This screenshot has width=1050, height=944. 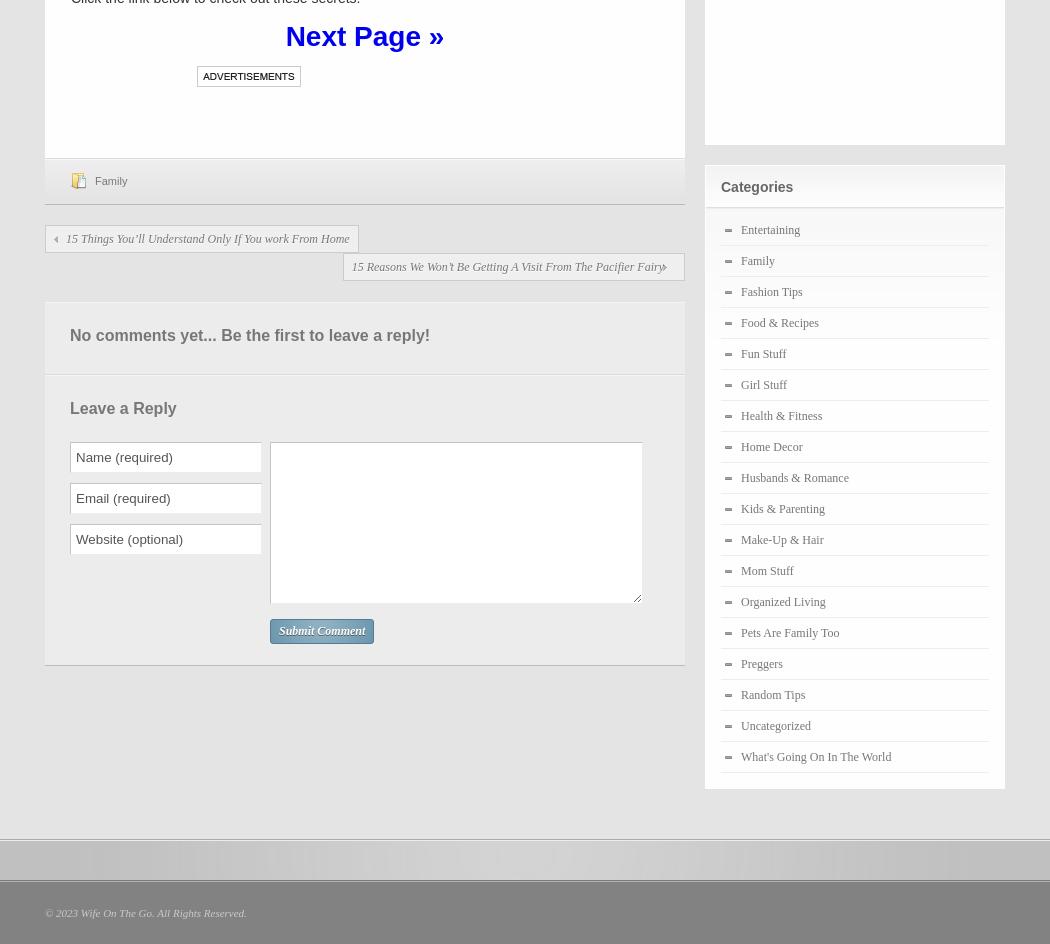 What do you see at coordinates (363, 36) in the screenshot?
I see `'Next Page »'` at bounding box center [363, 36].